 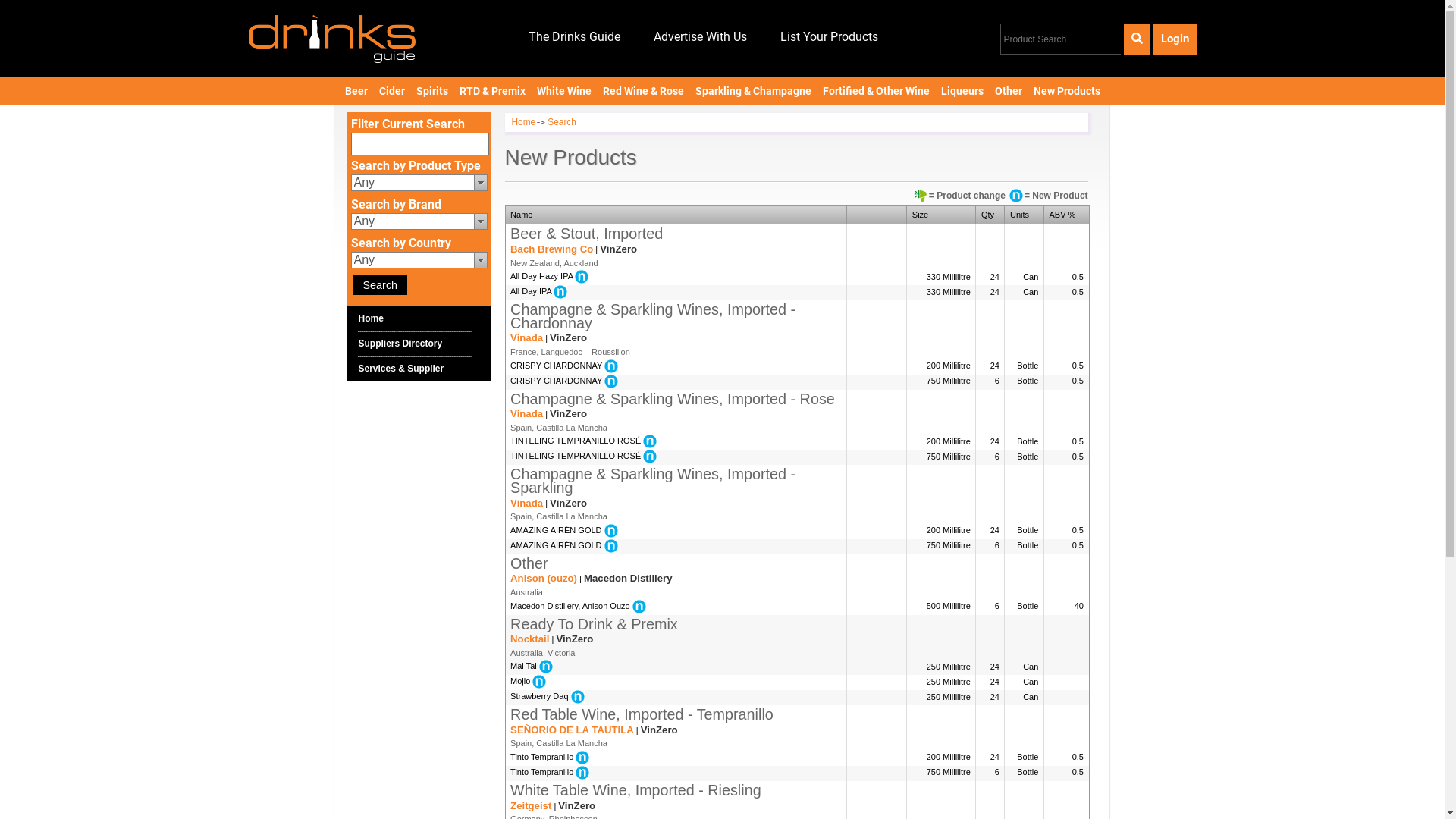 I want to click on 'Advertise With Us', so click(x=699, y=37).